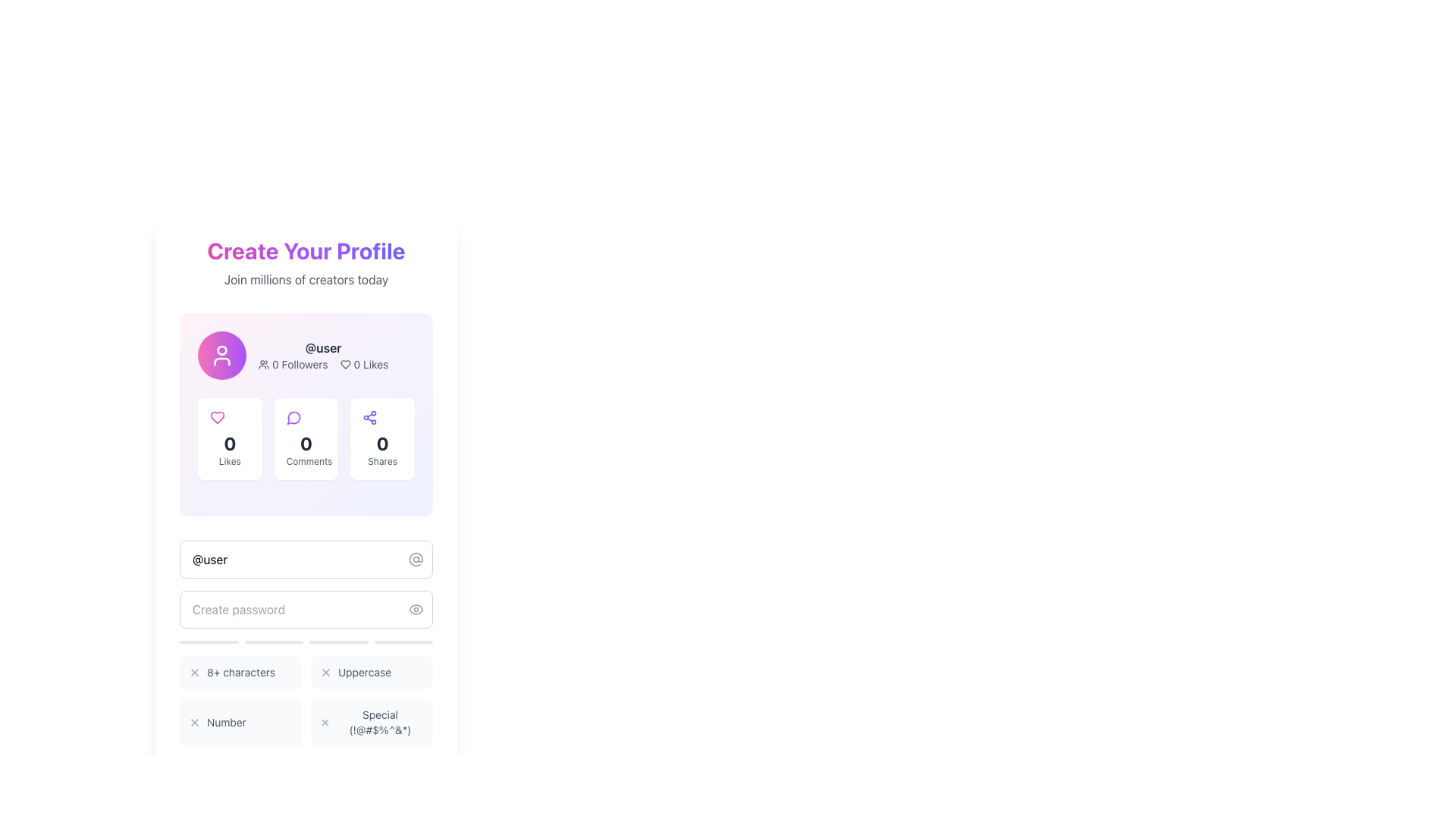 The image size is (1456, 819). Describe the element at coordinates (322, 348) in the screenshot. I see `the text display component showing the username '@user' in bold dark gray font, located at the center of the profile card above the metrics` at that location.